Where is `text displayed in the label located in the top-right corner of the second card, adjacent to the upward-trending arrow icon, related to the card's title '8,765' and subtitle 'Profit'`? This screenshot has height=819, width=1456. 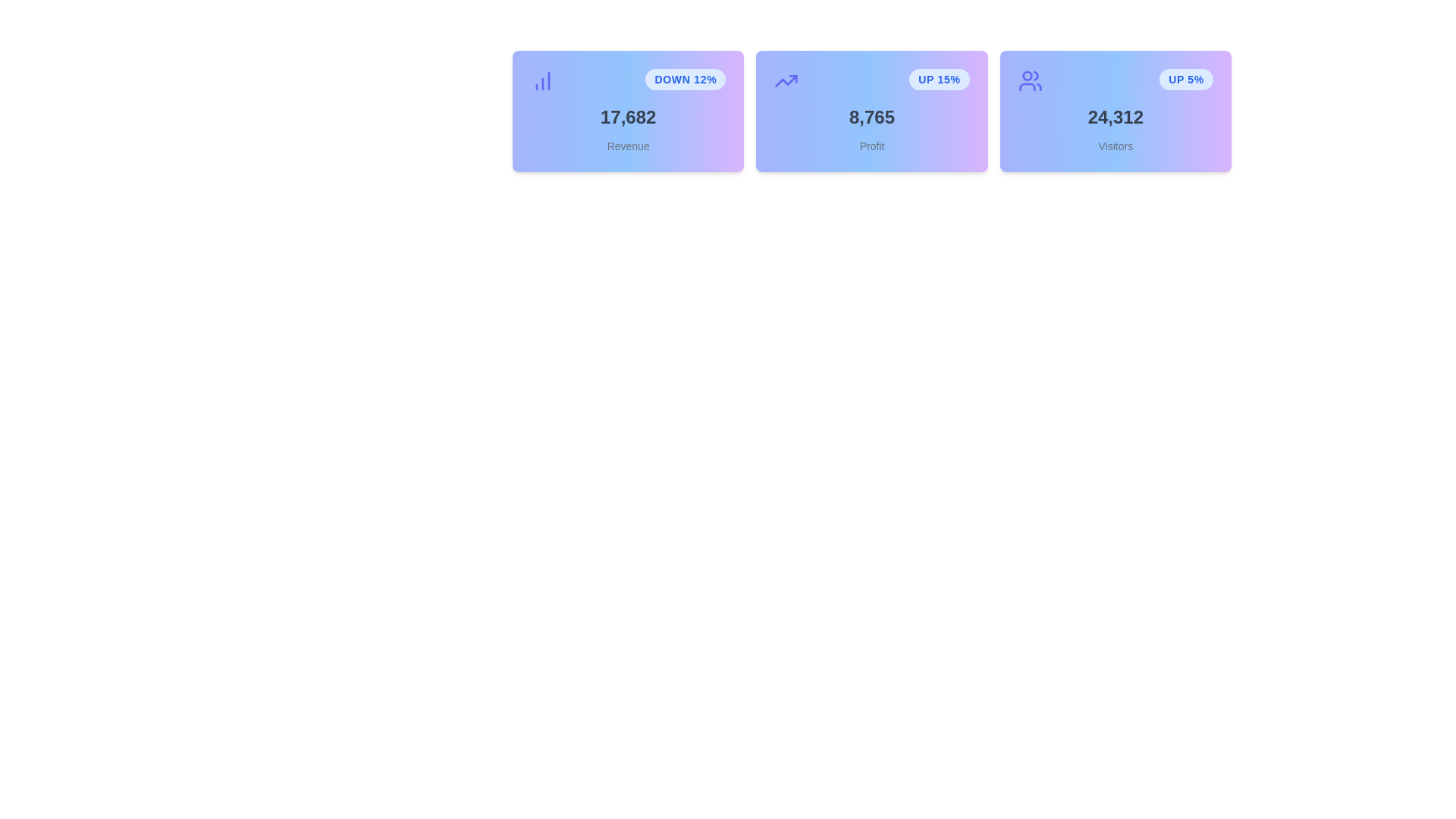
text displayed in the label located in the top-right corner of the second card, adjacent to the upward-trending arrow icon, related to the card's title '8,765' and subtitle 'Profit' is located at coordinates (938, 79).